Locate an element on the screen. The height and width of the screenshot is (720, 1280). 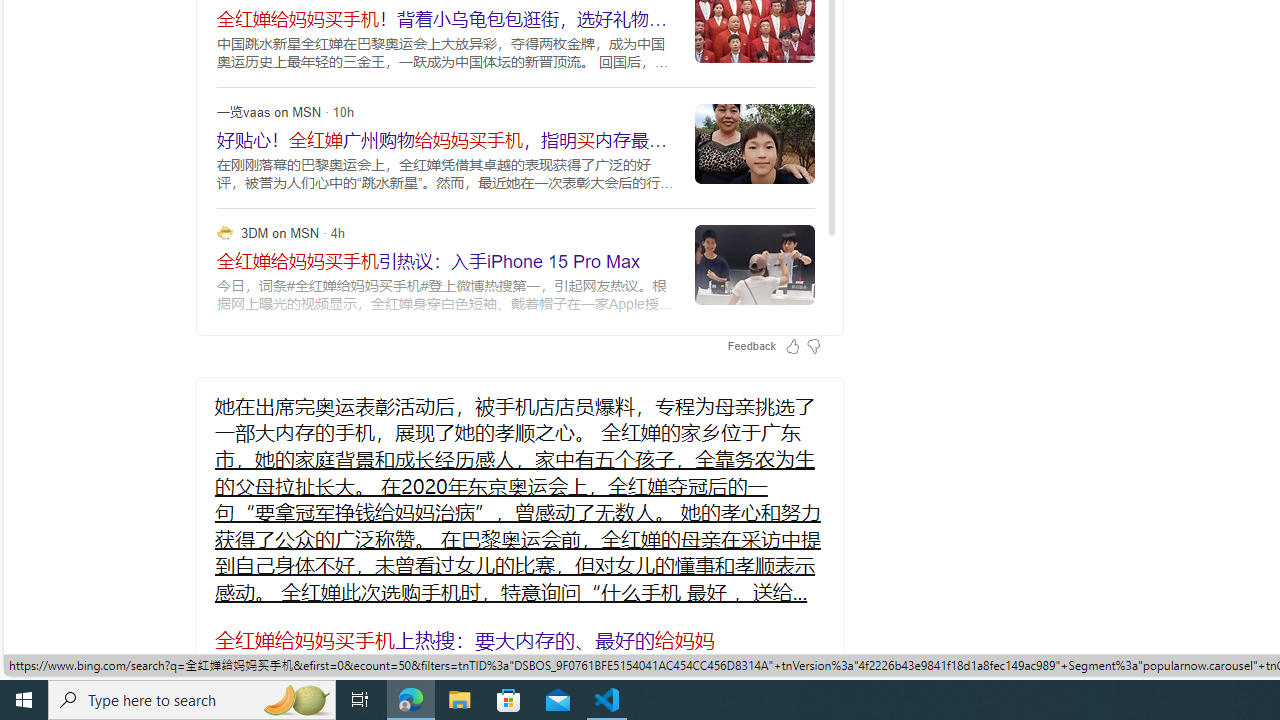
'Feedback Dislike' is located at coordinates (813, 344).